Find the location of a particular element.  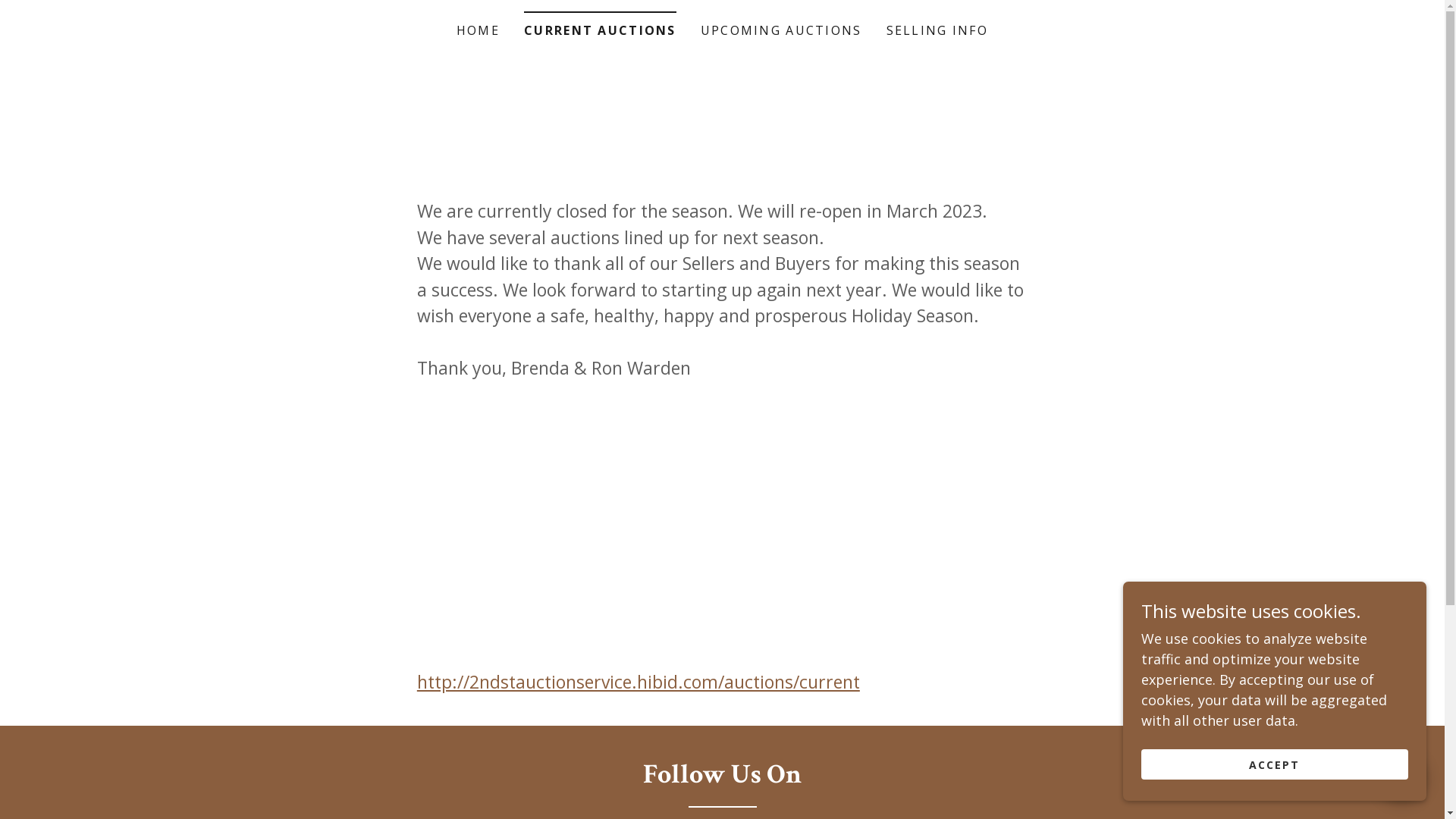

'ACCEPT' is located at coordinates (1274, 764).